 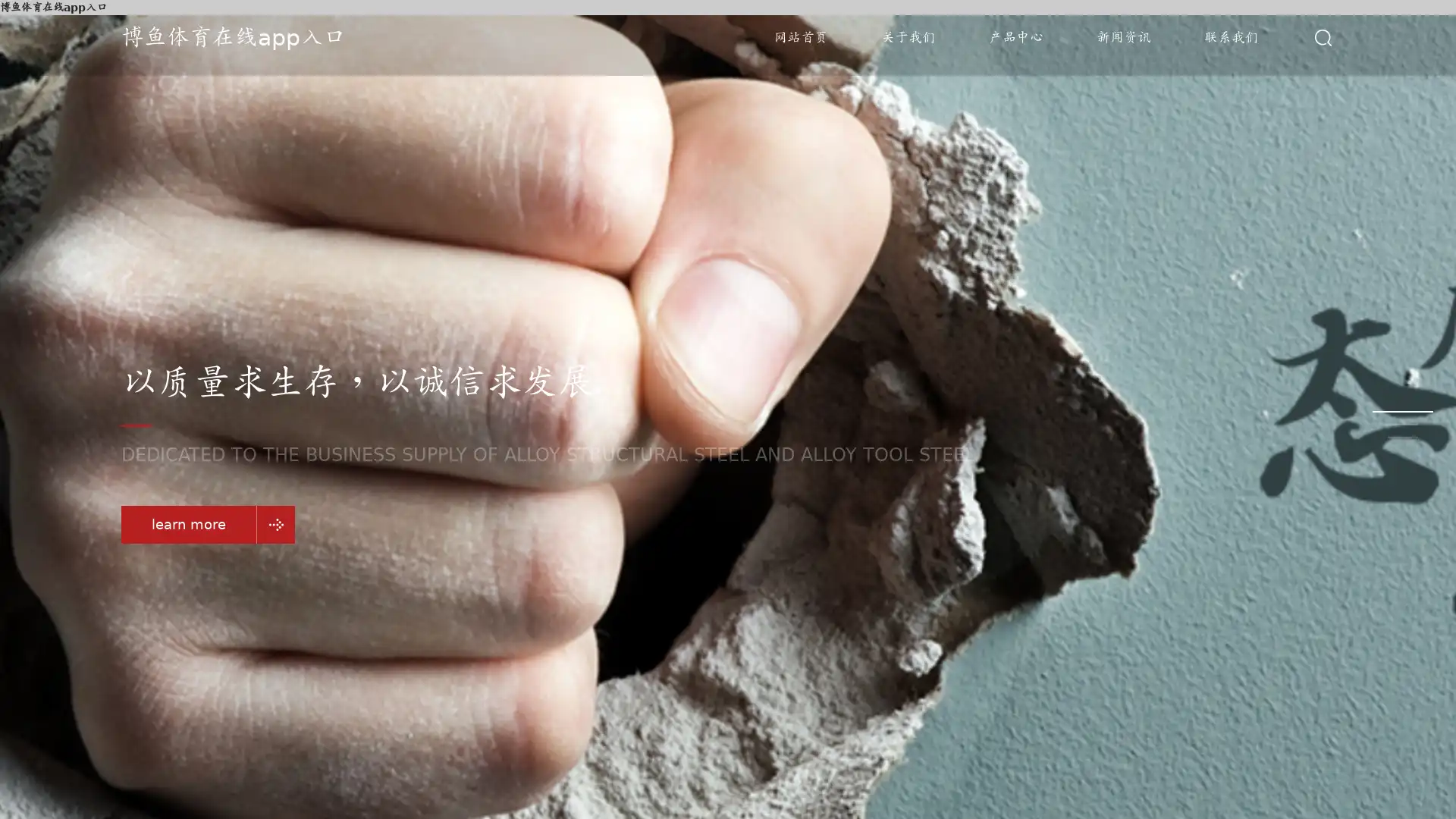 I want to click on Go to slide 1, so click(x=1401, y=412).